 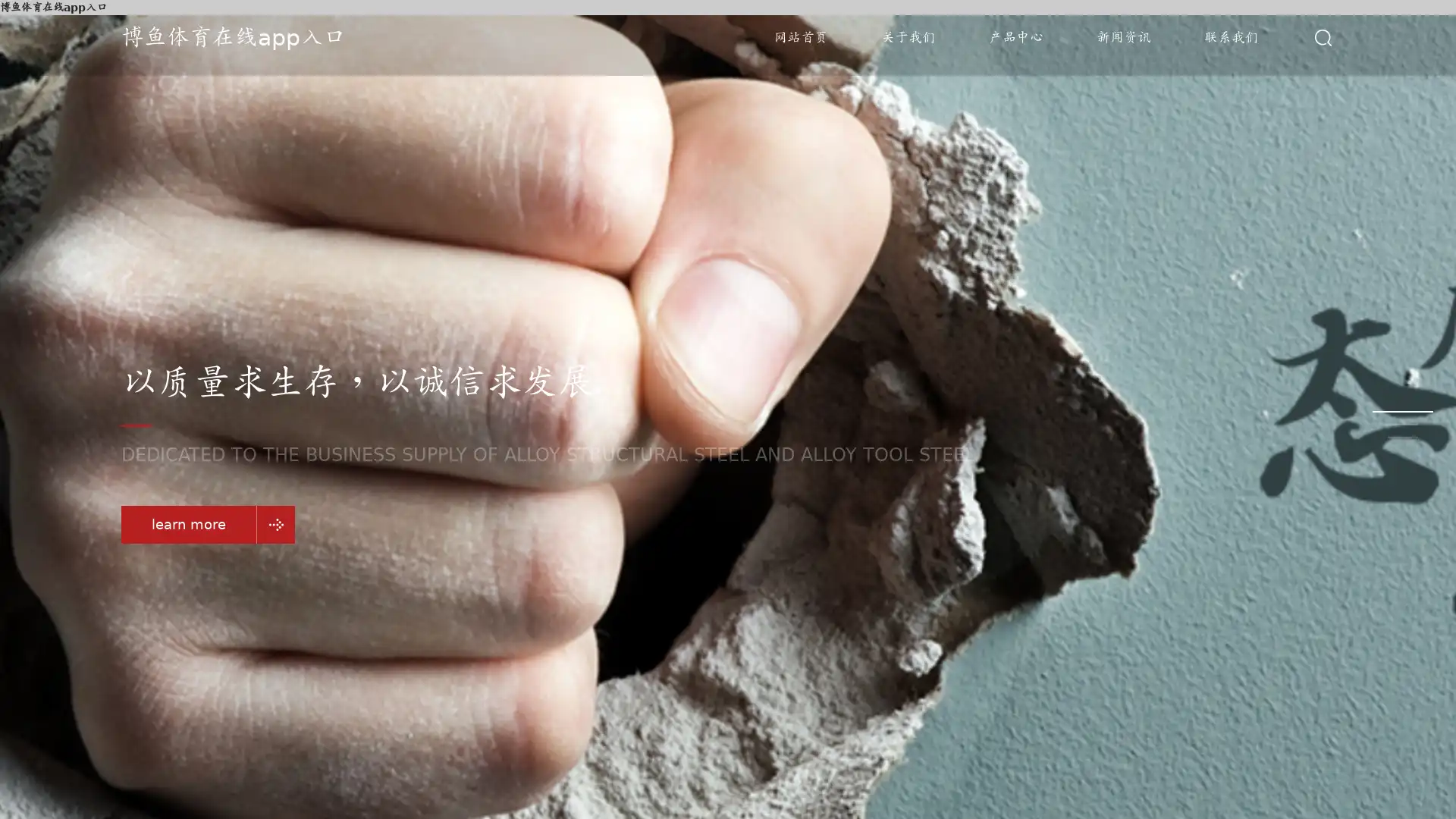 I want to click on Go to slide 1, so click(x=1401, y=412).